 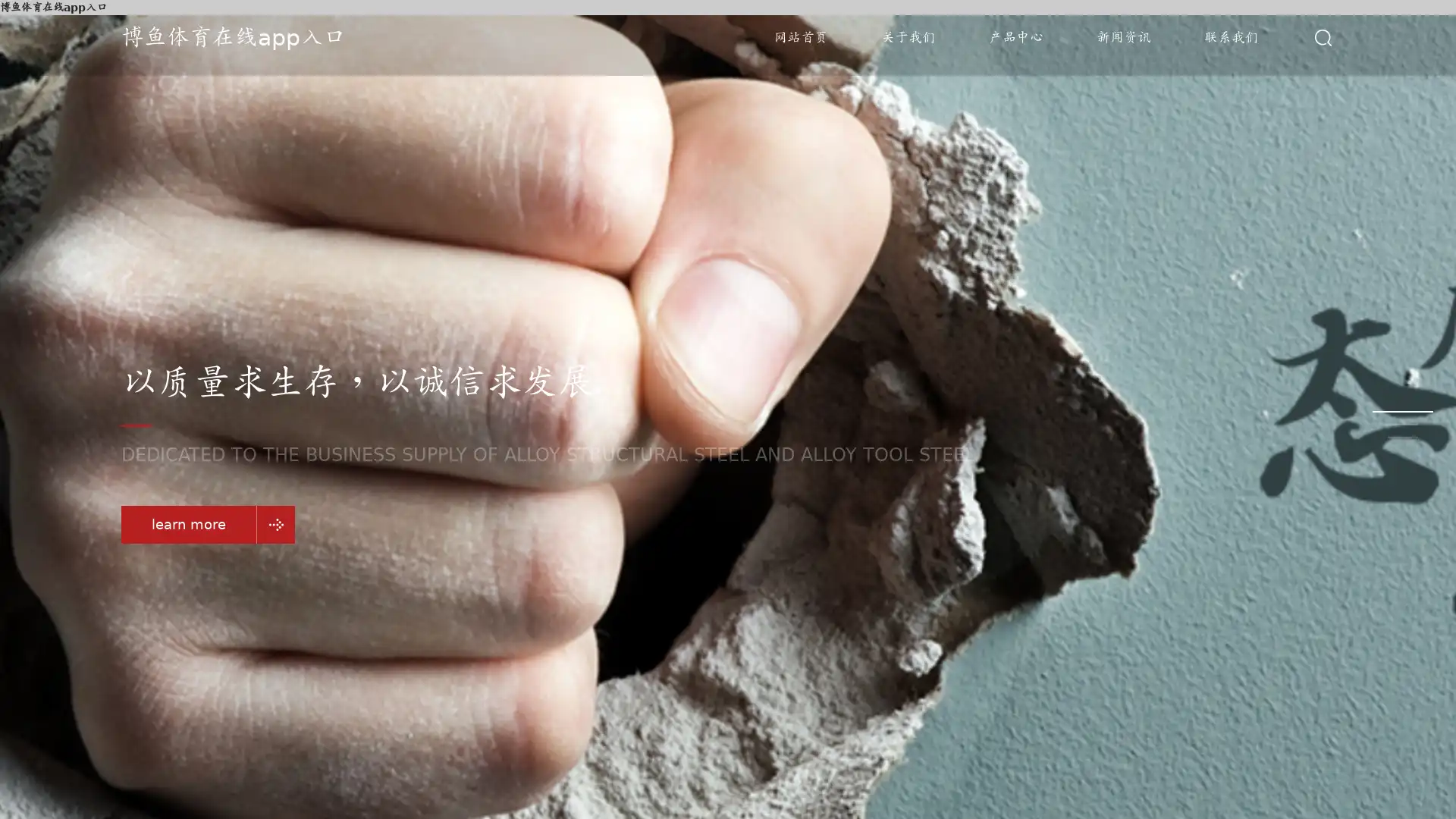 I want to click on Go to slide 1, so click(x=1401, y=412).